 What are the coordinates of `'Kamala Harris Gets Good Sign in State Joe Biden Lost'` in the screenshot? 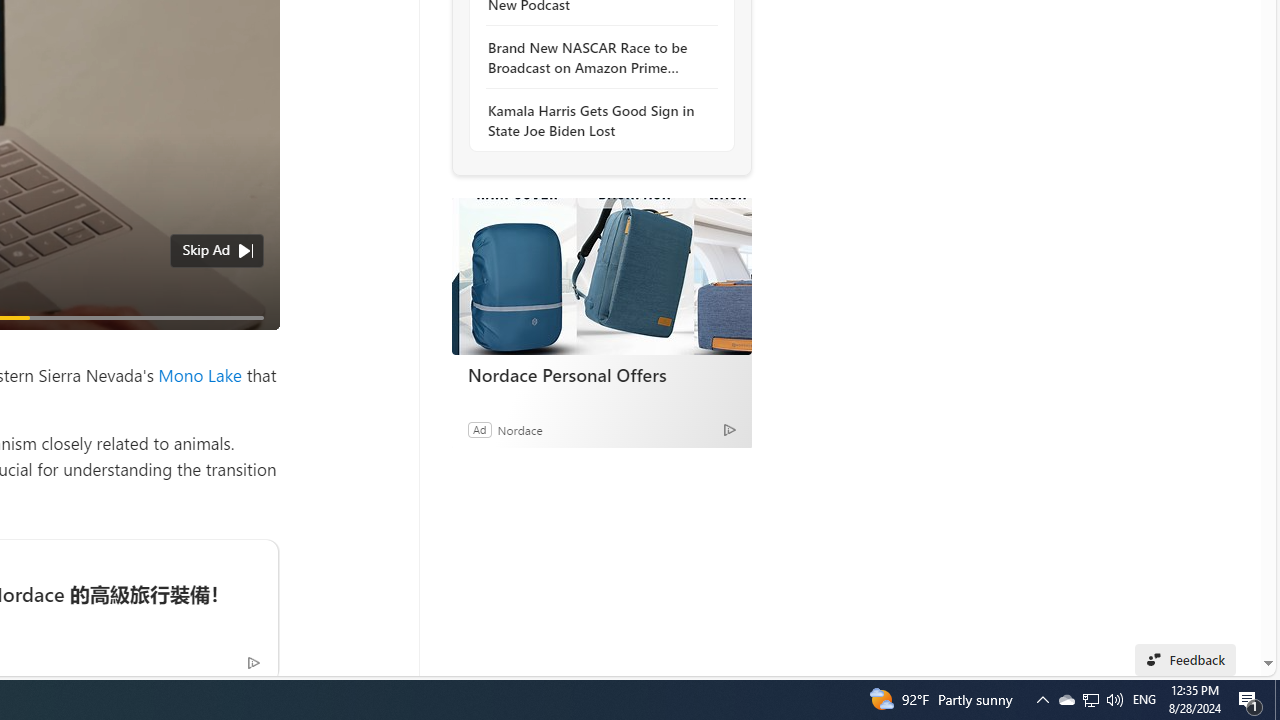 It's located at (595, 120).